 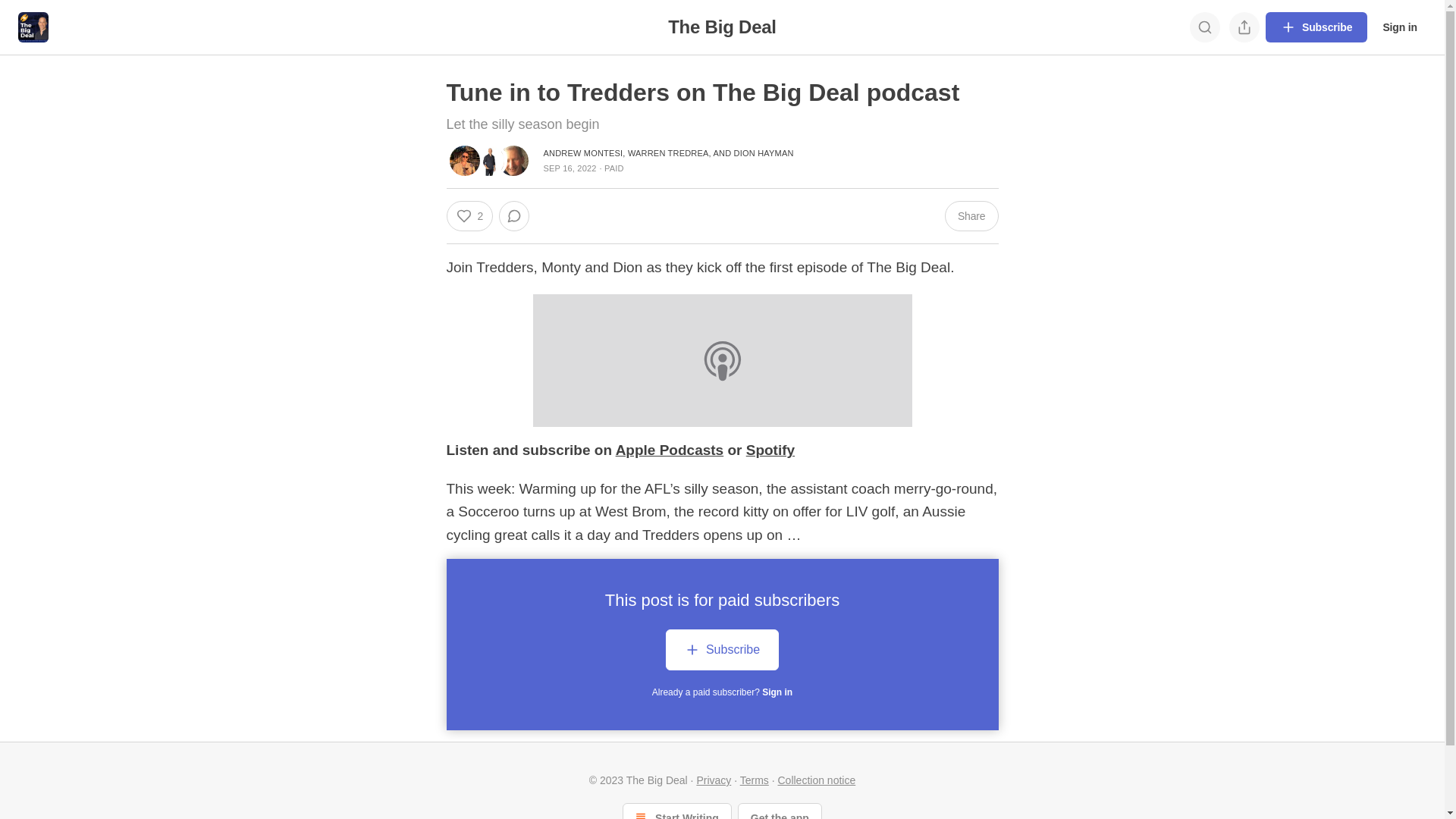 I want to click on 'Apple Podcasts', so click(x=615, y=449).